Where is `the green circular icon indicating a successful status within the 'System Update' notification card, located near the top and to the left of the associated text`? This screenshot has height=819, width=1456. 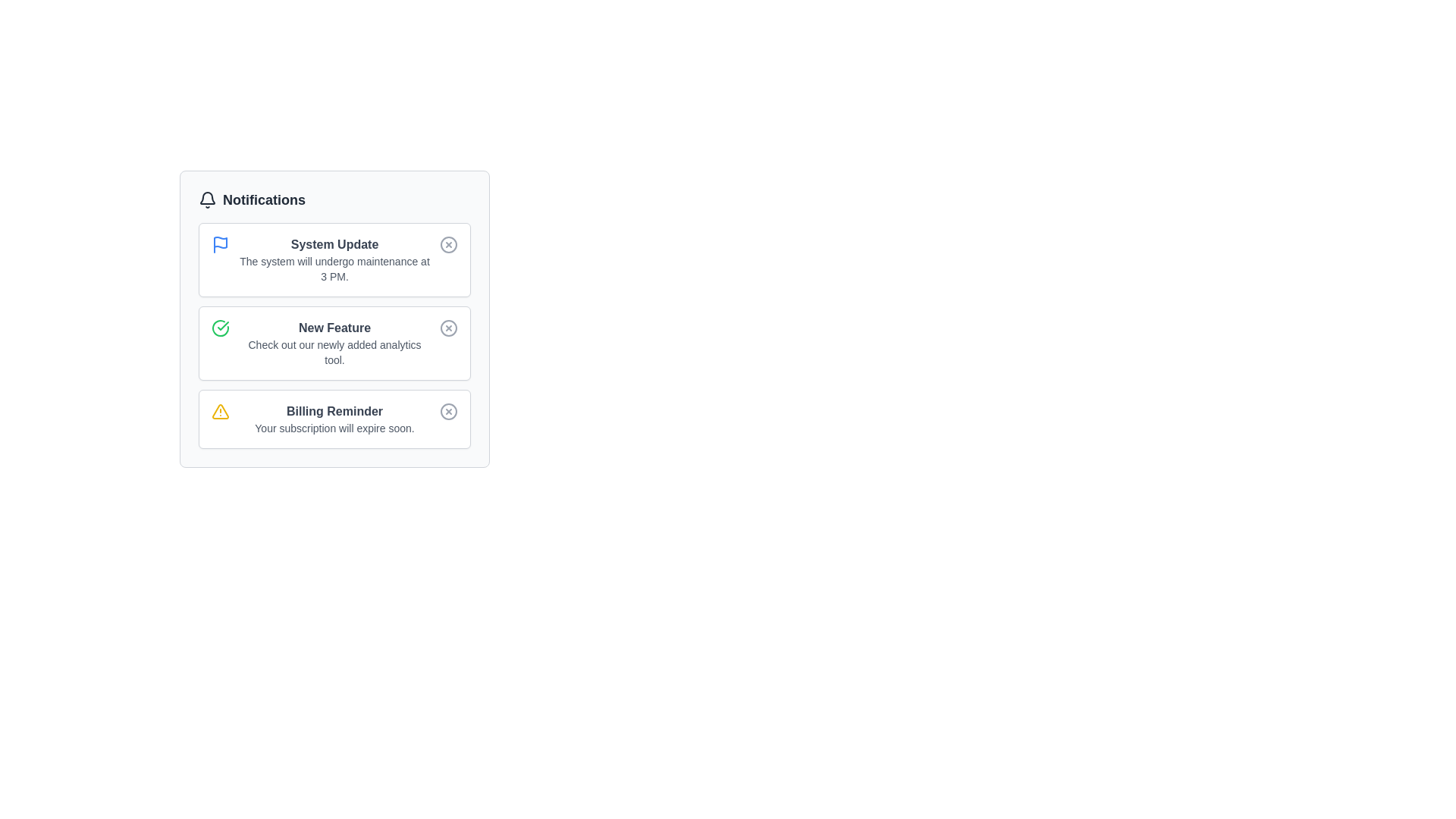 the green circular icon indicating a successful status within the 'System Update' notification card, located near the top and to the left of the associated text is located at coordinates (222, 325).